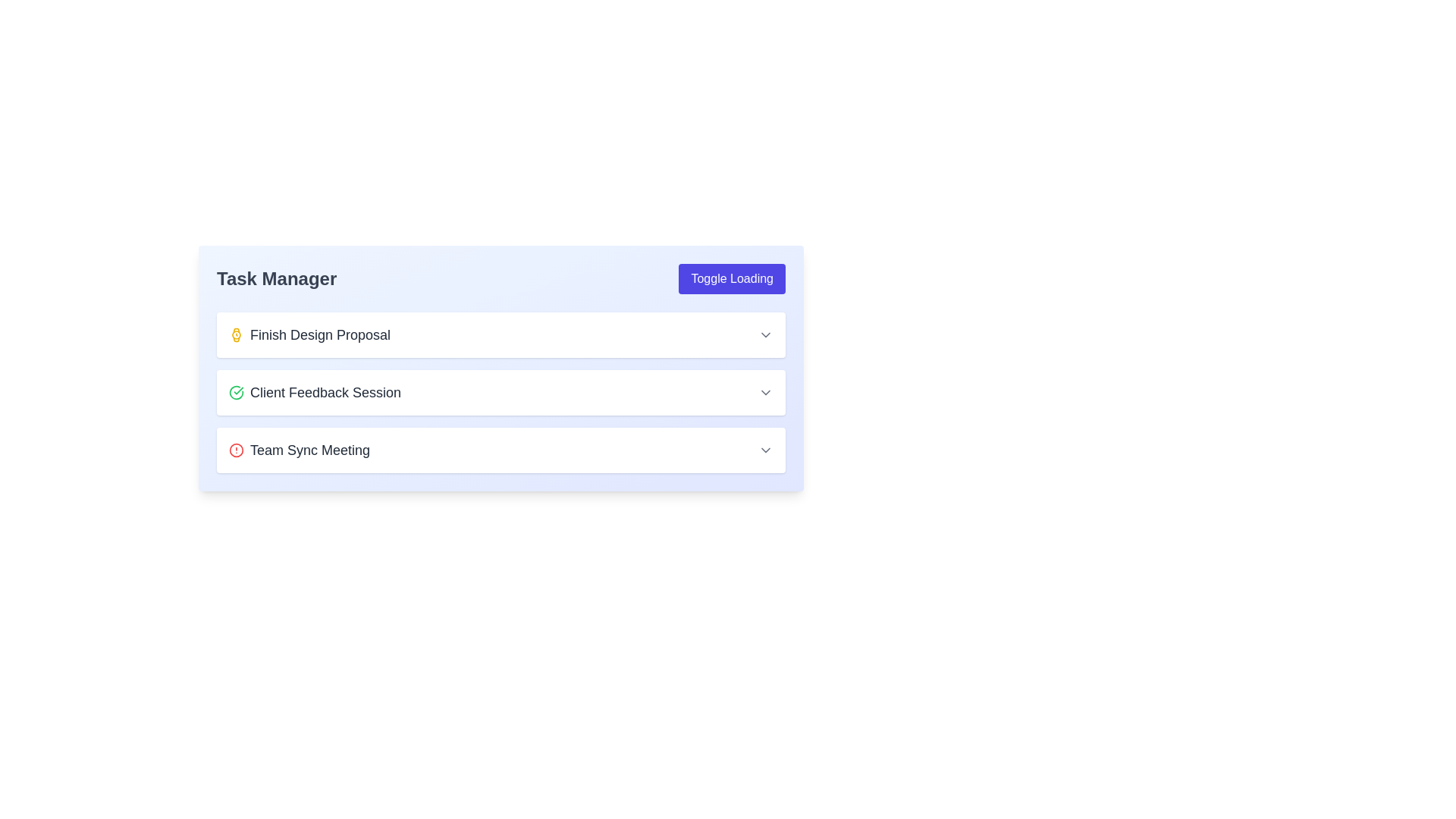 The width and height of the screenshot is (1456, 819). What do you see at coordinates (325, 391) in the screenshot?
I see `text label 'Client Feedback Session' located under 'Task Manager', positioned between 'Finish Design Proposal' and 'Team Sync Meeting', to the right of a green circular checkmark icon` at bounding box center [325, 391].